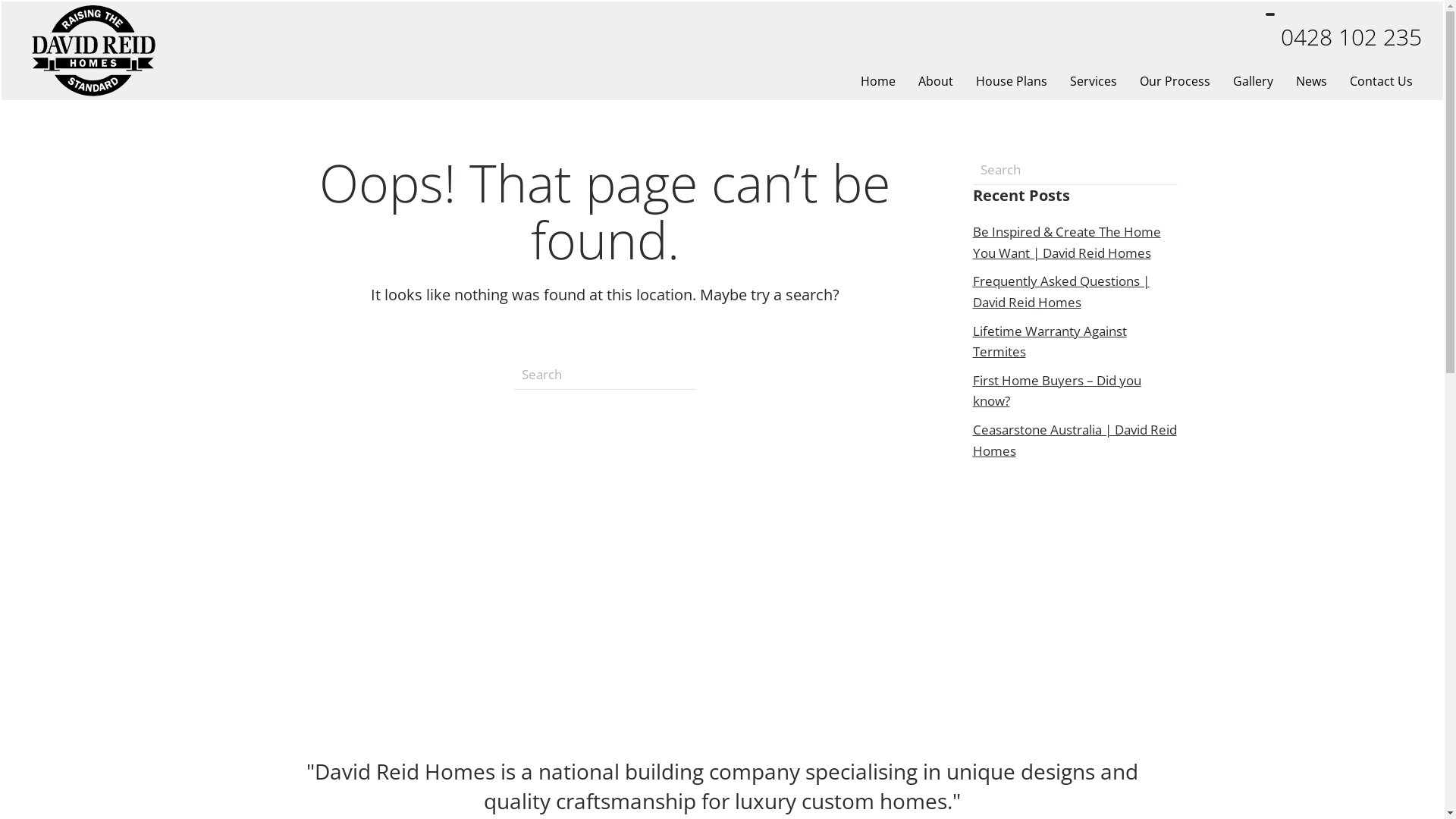 The image size is (1456, 819). Describe the element at coordinates (1065, 241) in the screenshot. I see `'Be Inspired & Create The Home You Want | David Reid Homes'` at that location.